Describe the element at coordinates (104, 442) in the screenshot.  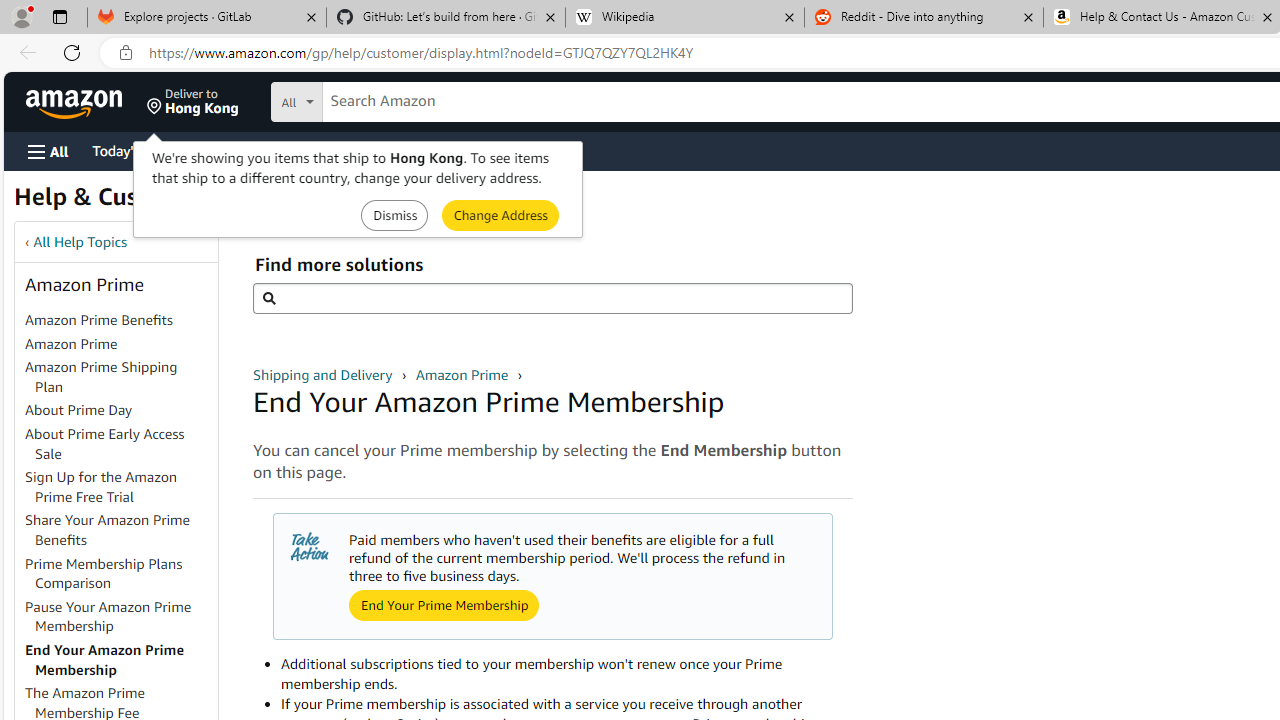
I see `'About Prime Early Access Sale'` at that location.